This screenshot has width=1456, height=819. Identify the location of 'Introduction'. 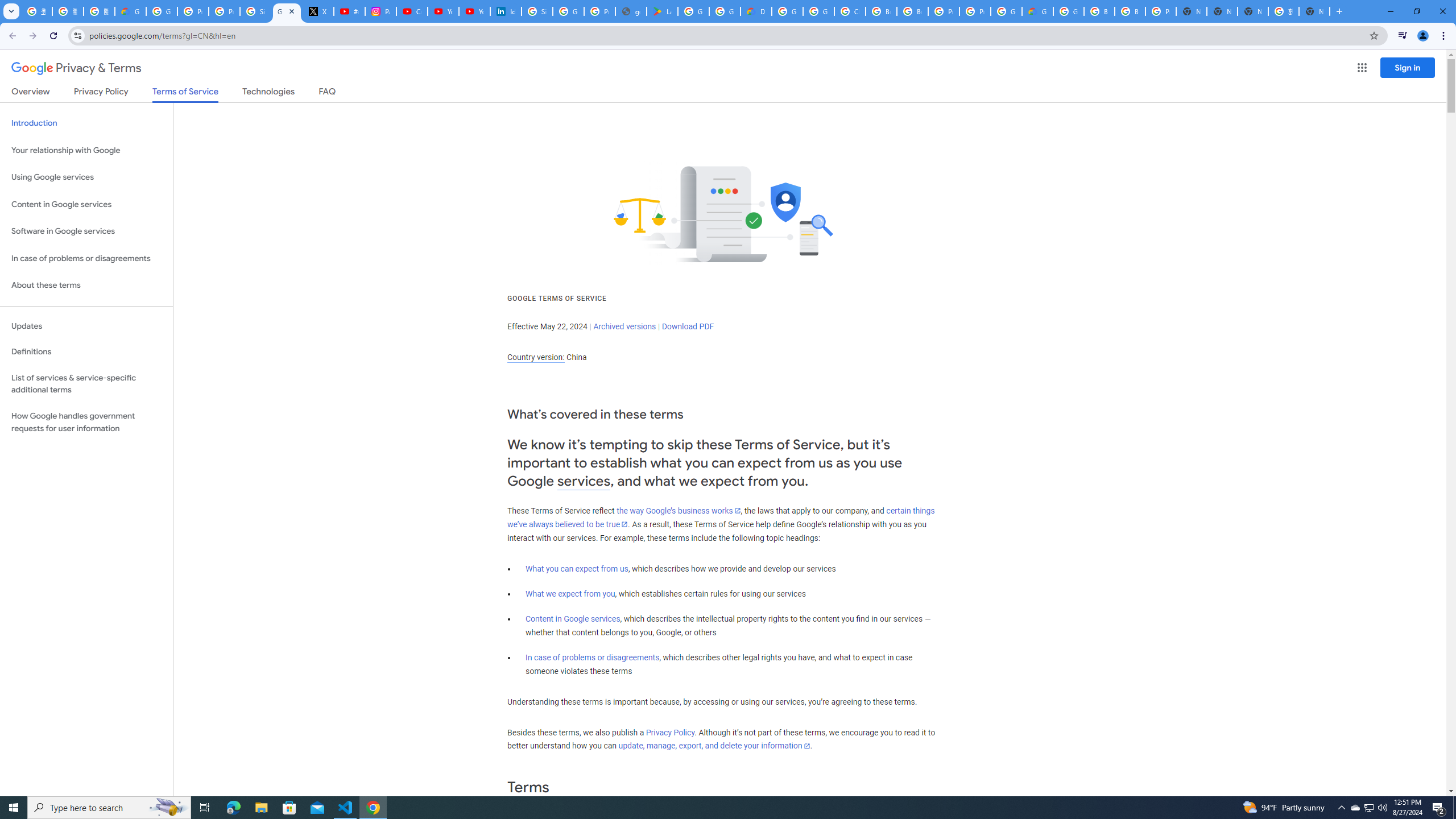
(86, 122).